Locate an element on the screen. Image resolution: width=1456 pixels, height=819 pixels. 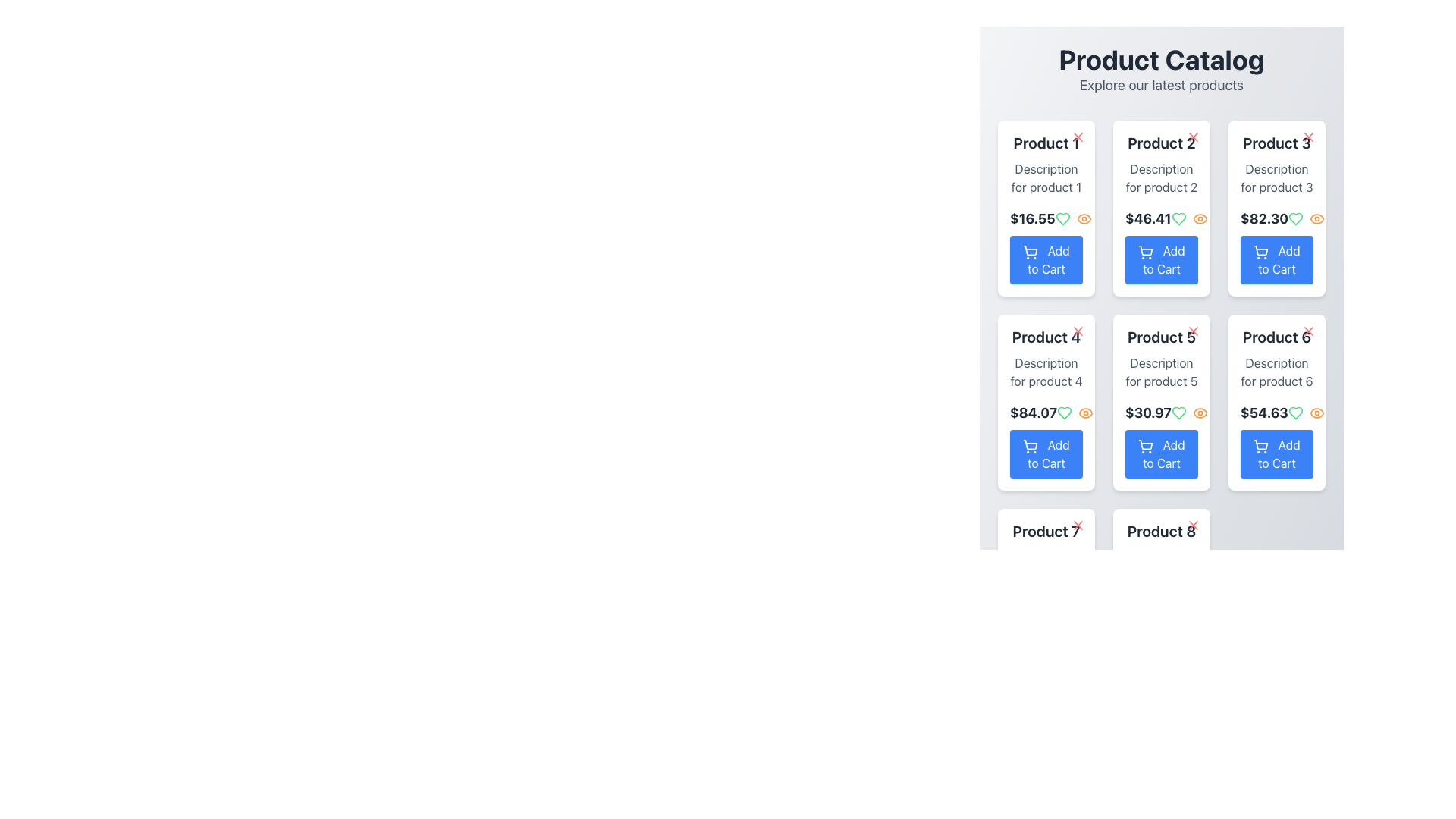
the 'Product 4' label at the top of the product card, which displays the product name in a bold, large font is located at coordinates (1046, 336).